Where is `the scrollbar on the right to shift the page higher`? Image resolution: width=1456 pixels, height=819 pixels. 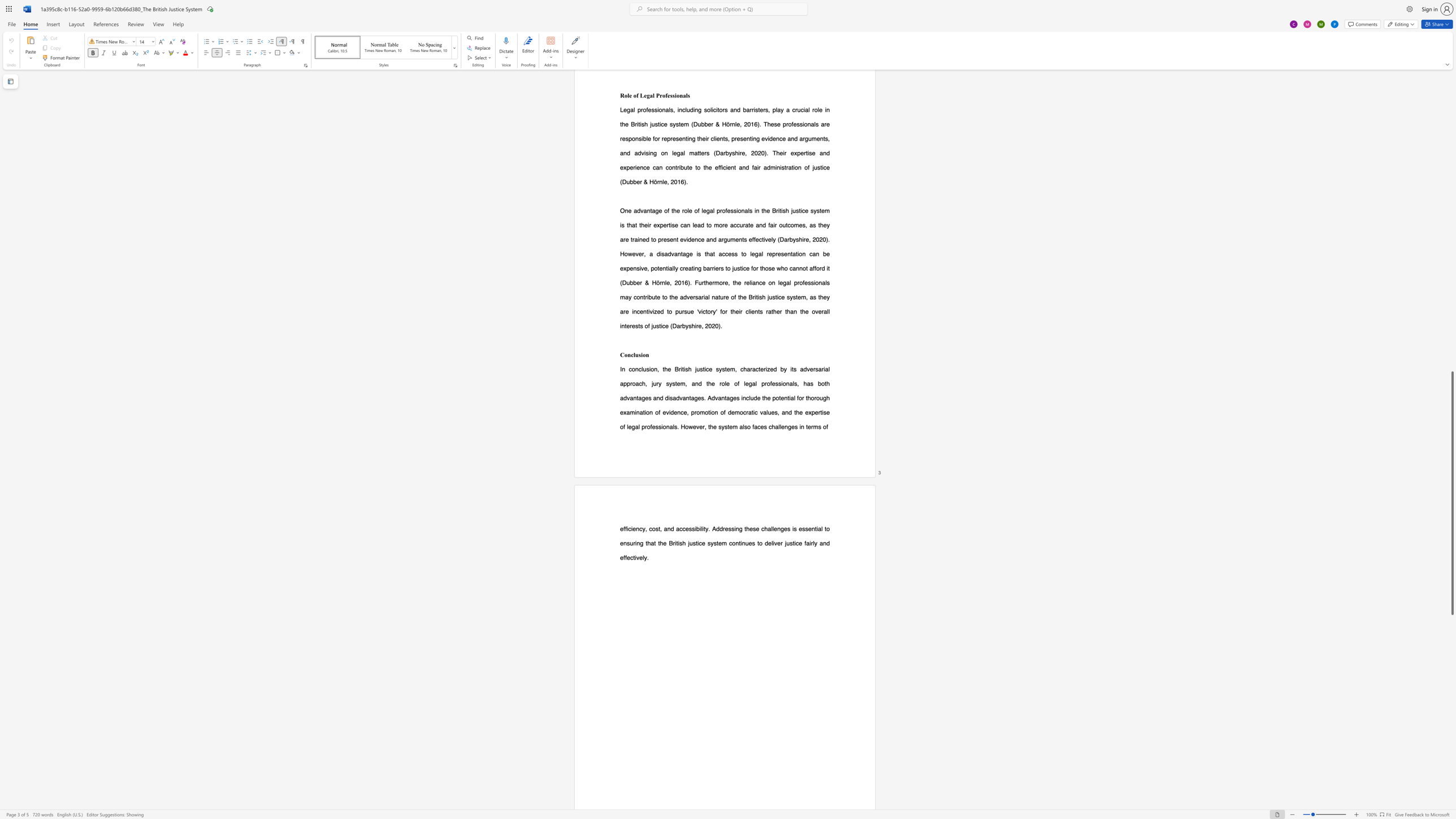
the scrollbar on the right to shift the page higher is located at coordinates (1451, 136).